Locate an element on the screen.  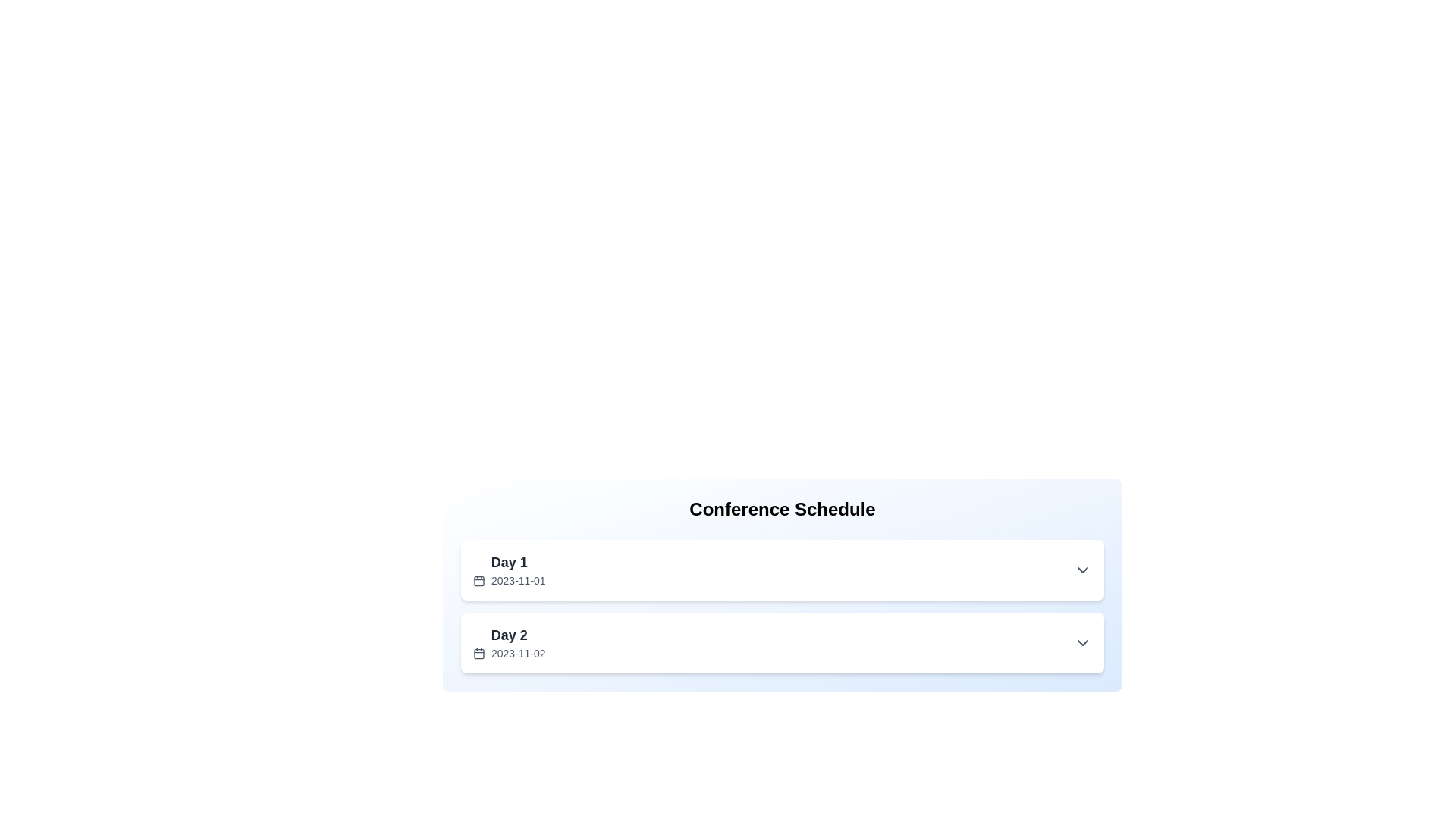
the Dropdown indicator (chevron icon) for keyboard interaction is located at coordinates (1082, 570).